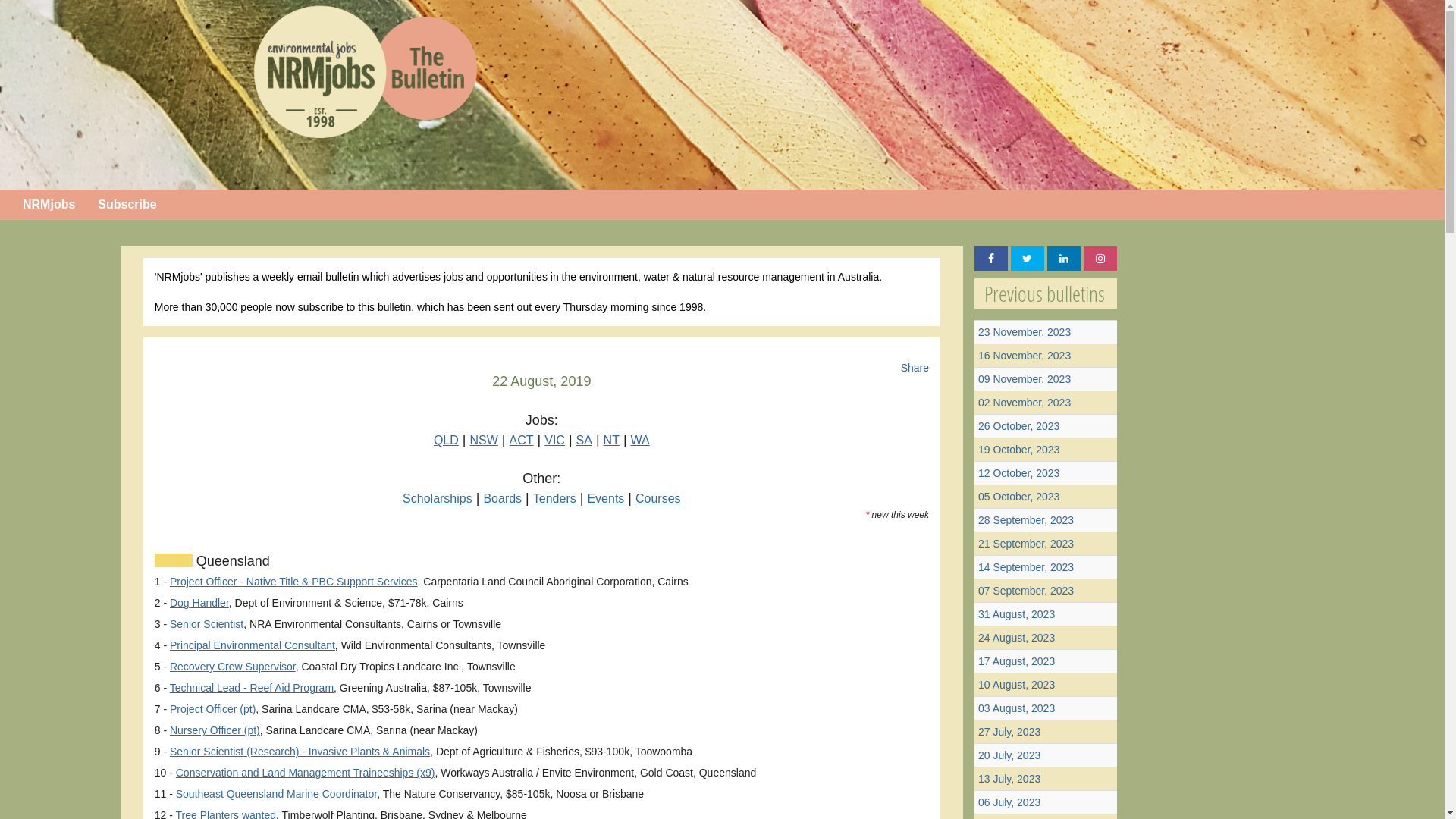 The width and height of the screenshot is (1456, 819). I want to click on 'VIC', so click(554, 440).